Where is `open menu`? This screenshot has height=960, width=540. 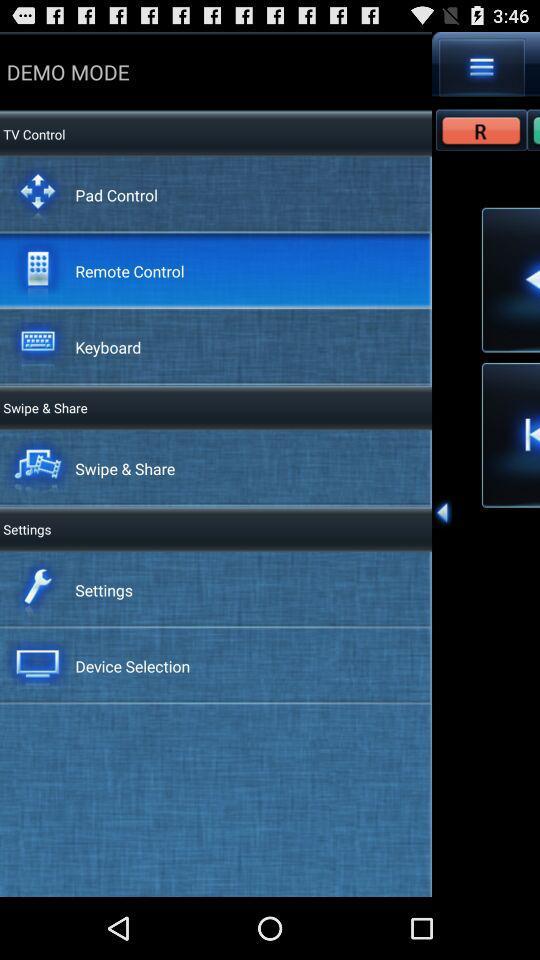 open menu is located at coordinates (481, 67).